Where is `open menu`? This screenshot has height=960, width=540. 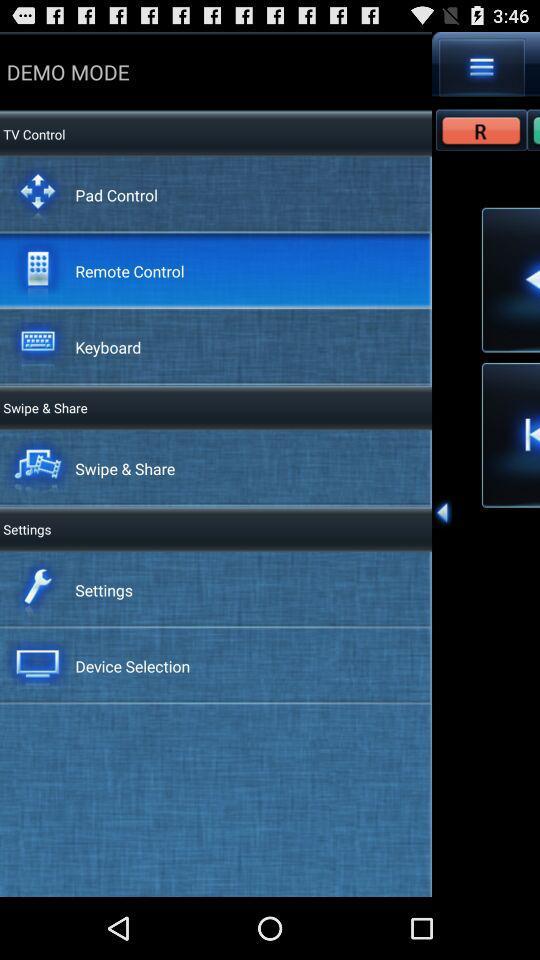 open menu is located at coordinates (481, 67).